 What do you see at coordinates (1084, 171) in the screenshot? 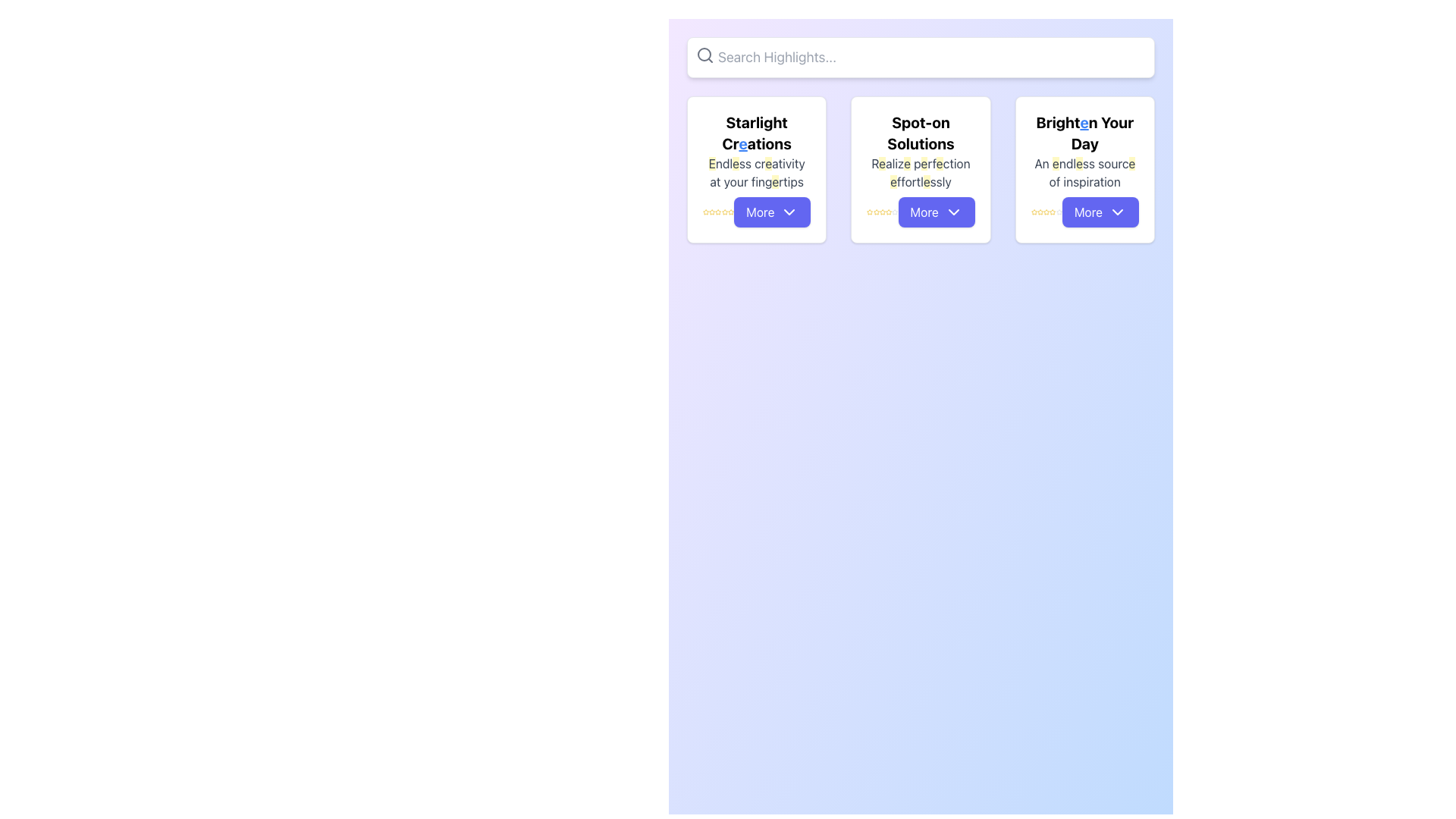
I see `the static text displaying 'An endless source of inspiration' which is highlighted in yellow, located below the header 'Brighten Your Day' in the third card of a set of three cards` at bounding box center [1084, 171].